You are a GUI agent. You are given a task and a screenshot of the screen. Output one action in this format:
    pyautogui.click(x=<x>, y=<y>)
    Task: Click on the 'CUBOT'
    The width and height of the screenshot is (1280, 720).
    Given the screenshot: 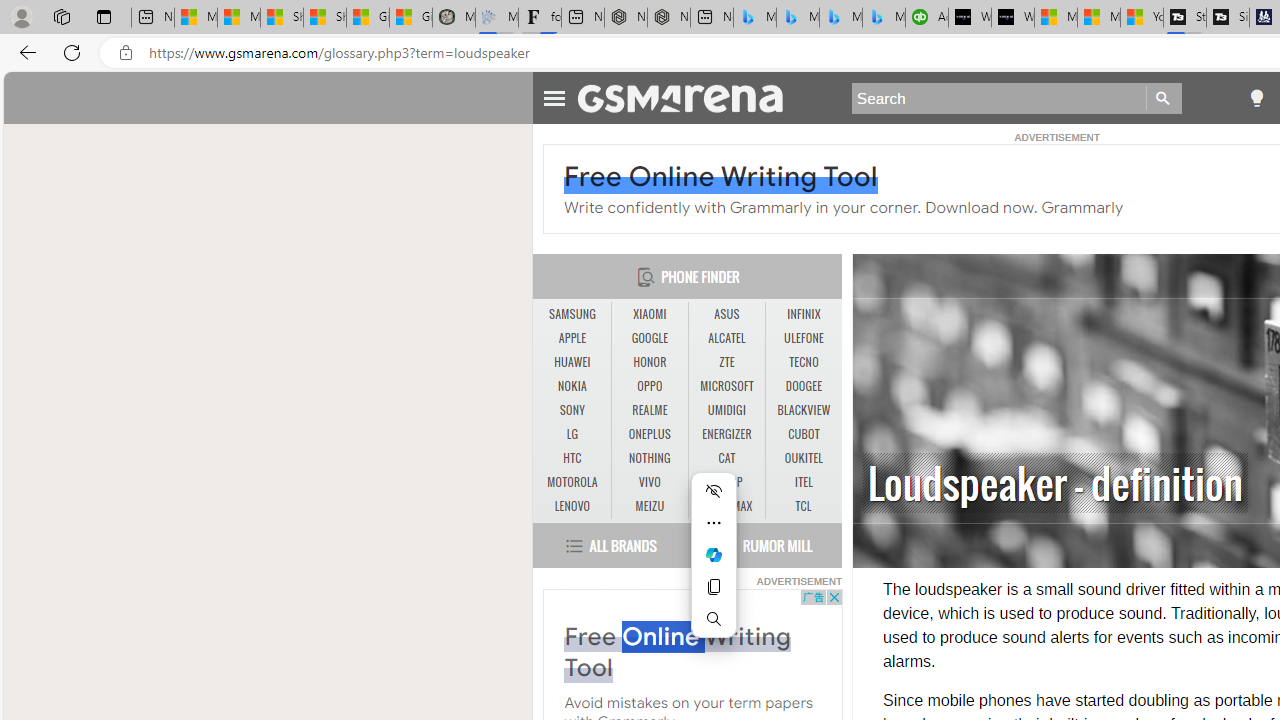 What is the action you would take?
    pyautogui.click(x=803, y=433)
    